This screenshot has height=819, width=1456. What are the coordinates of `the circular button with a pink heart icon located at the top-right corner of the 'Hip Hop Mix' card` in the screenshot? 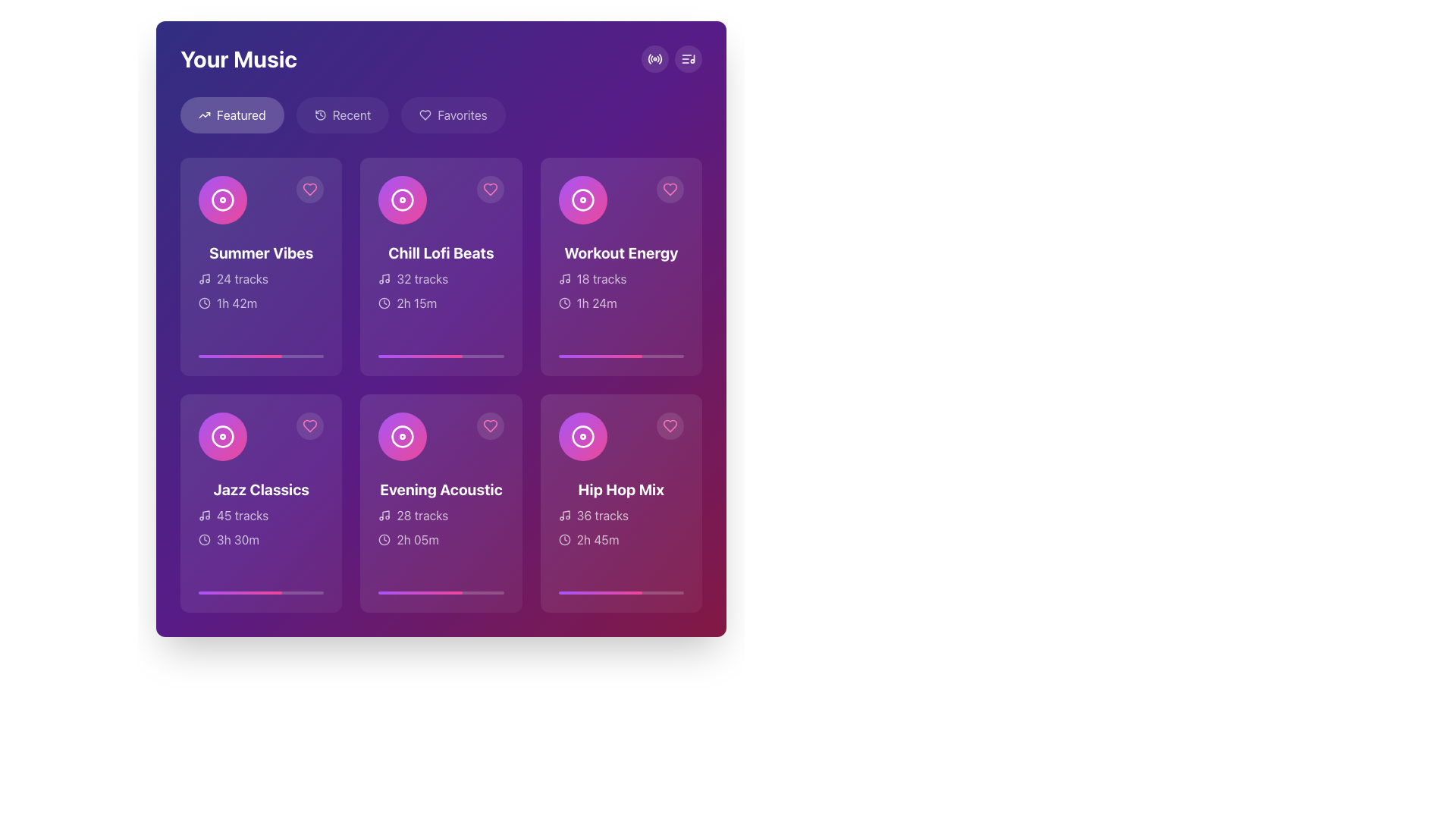 It's located at (669, 426).